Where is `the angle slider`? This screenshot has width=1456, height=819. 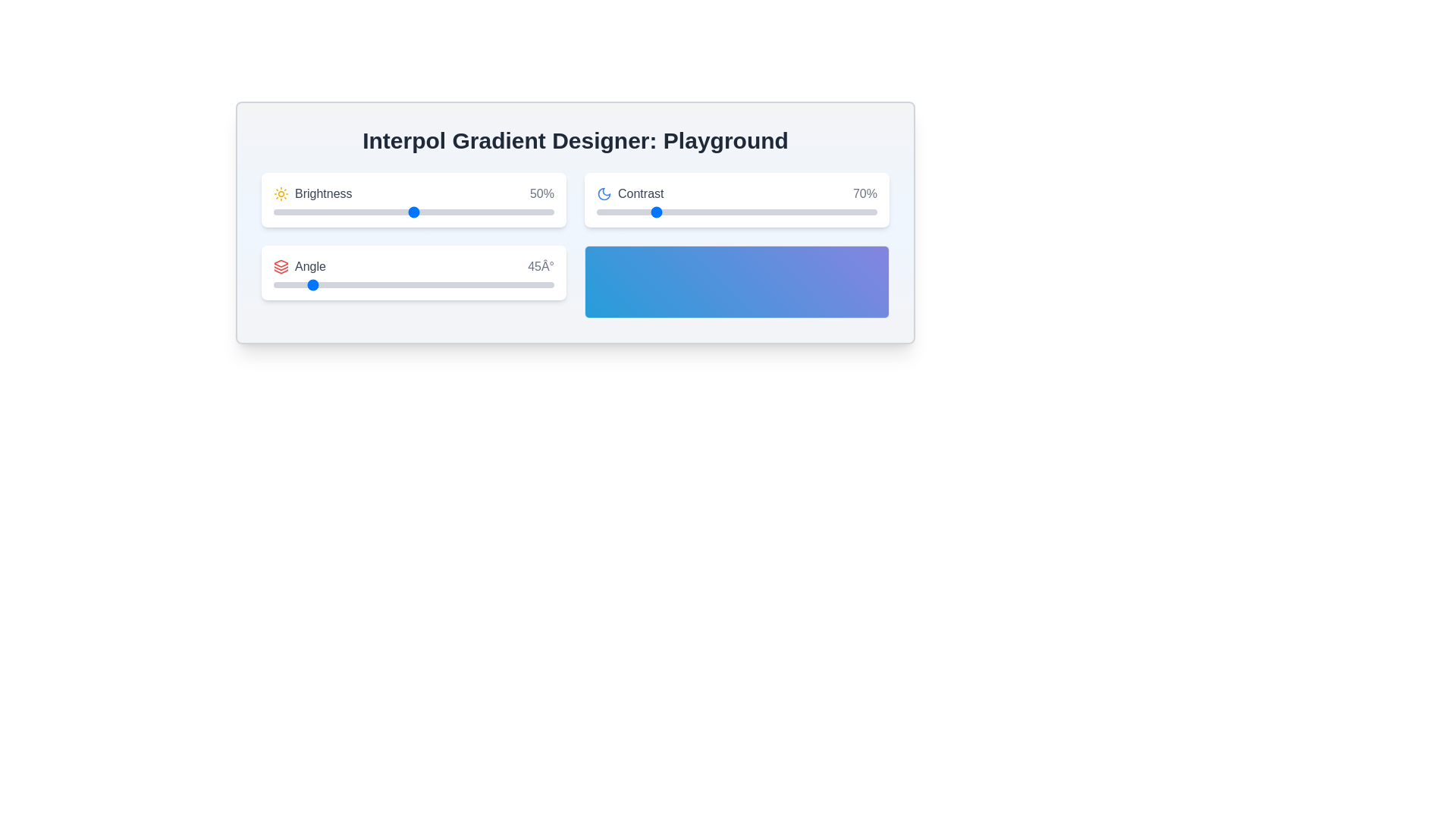 the angle slider is located at coordinates (494, 284).